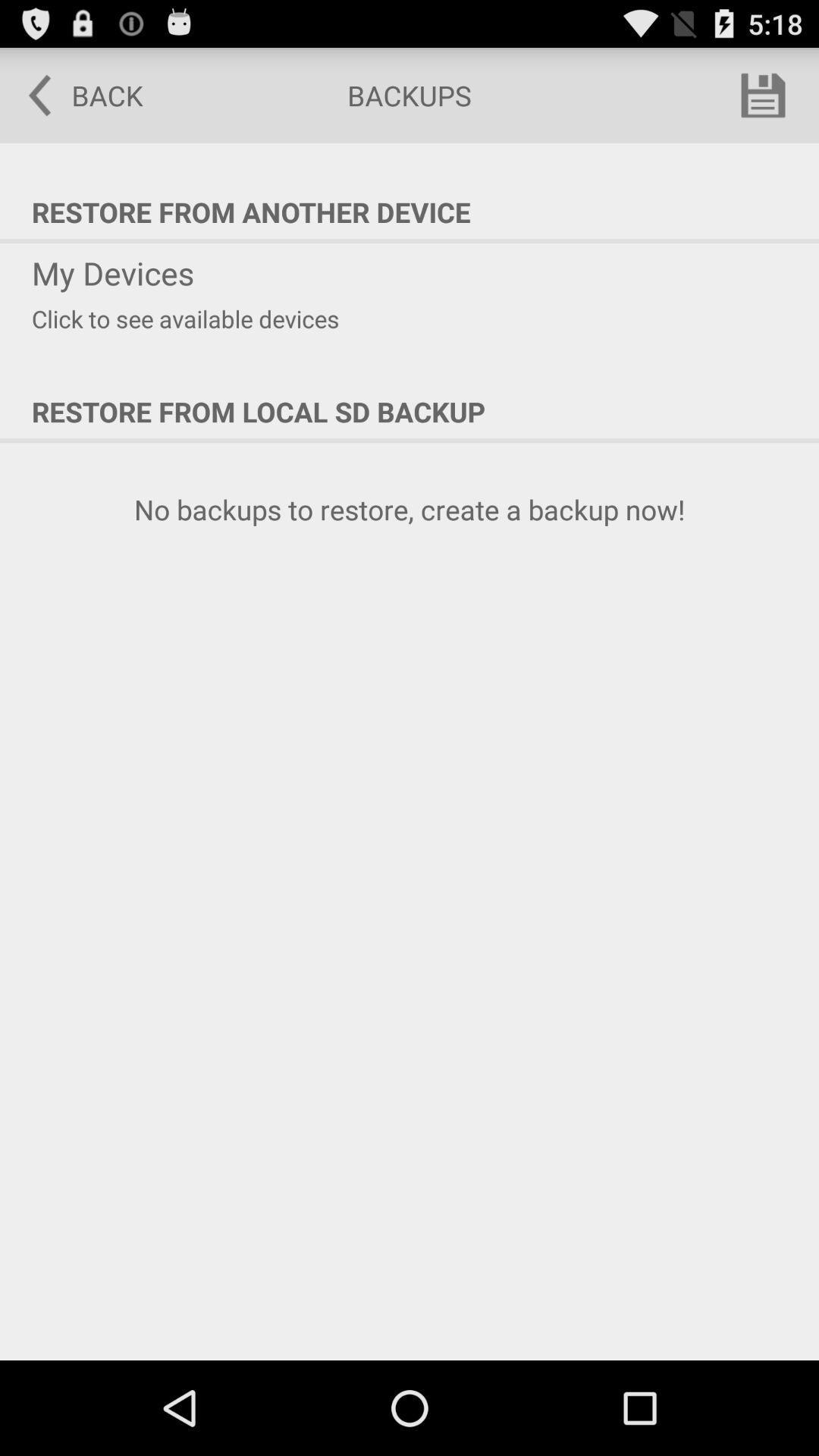 Image resolution: width=819 pixels, height=1456 pixels. What do you see at coordinates (763, 94) in the screenshot?
I see `option` at bounding box center [763, 94].